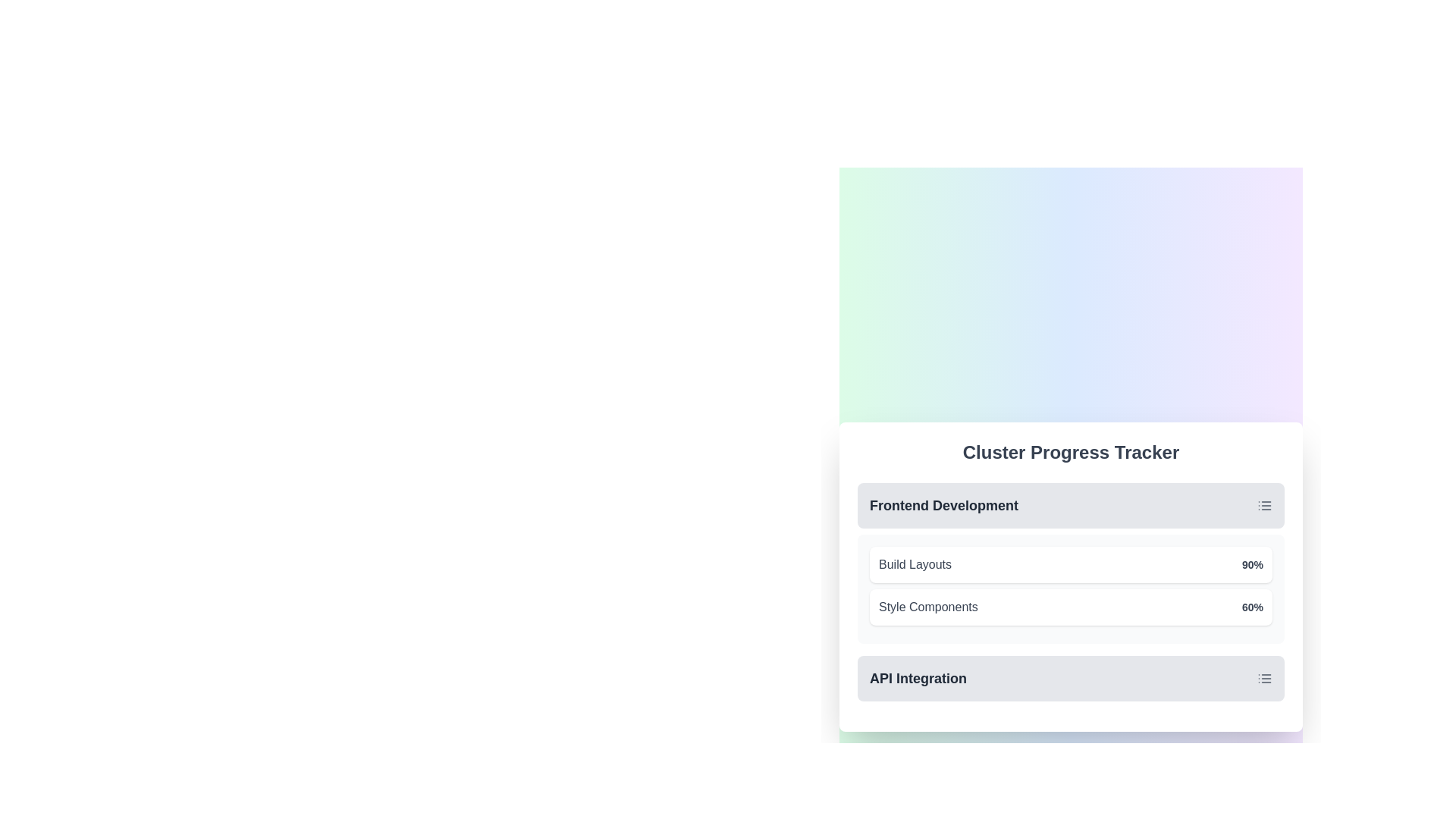 The image size is (1456, 819). What do you see at coordinates (943, 506) in the screenshot?
I see `the Text Label displaying 'Frontend Development', which is styled in bold dark gray and centrally positioned within its light gray rounded rectangular background` at bounding box center [943, 506].